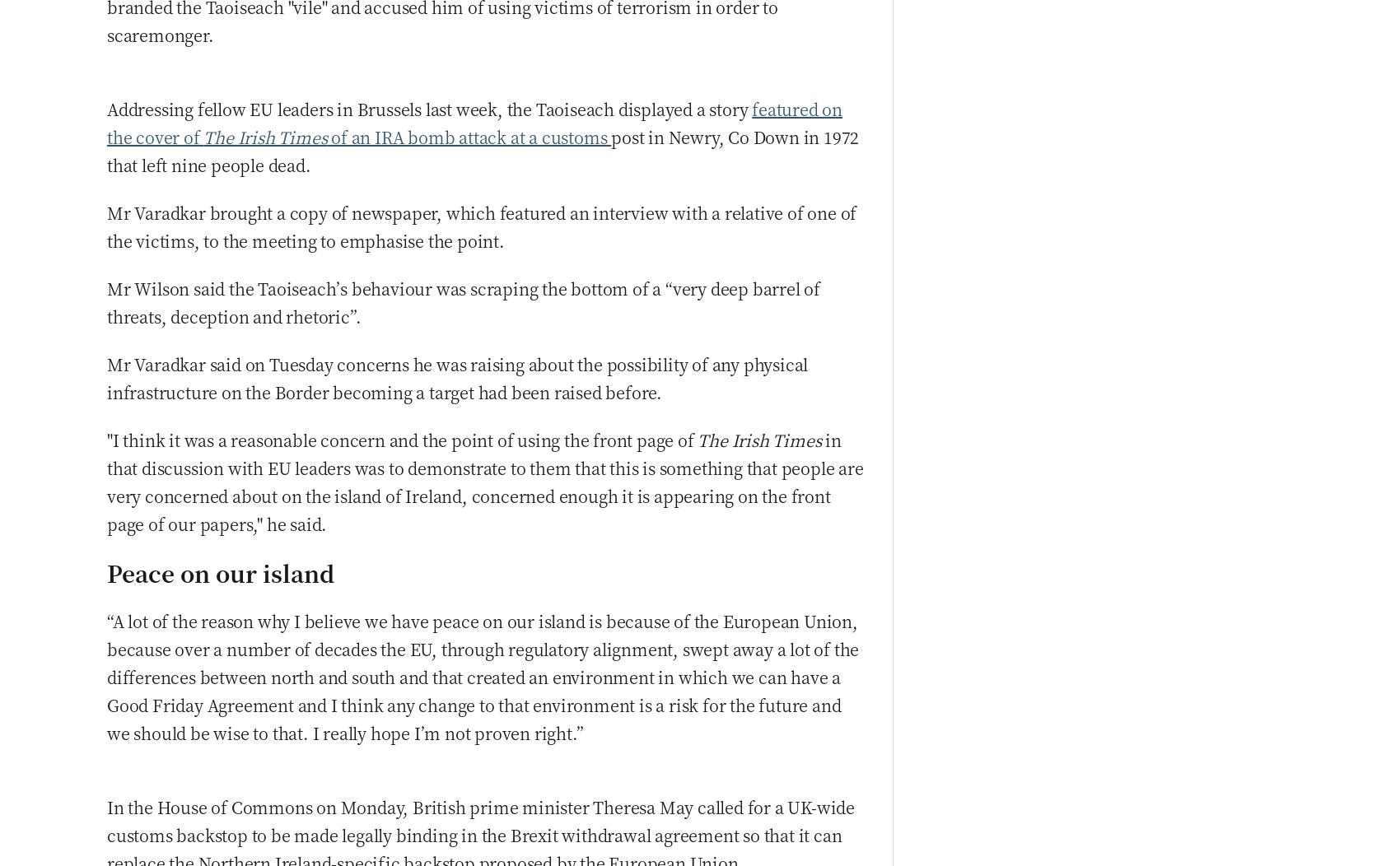 The width and height of the screenshot is (1400, 866). What do you see at coordinates (484, 480) in the screenshot?
I see `'in that discussion with EU leaders was to demonstrate to them that this is something that people are very concerned about on the island of Ireland, concerned enough it is appearing on the front page of our papers," he said.'` at bounding box center [484, 480].